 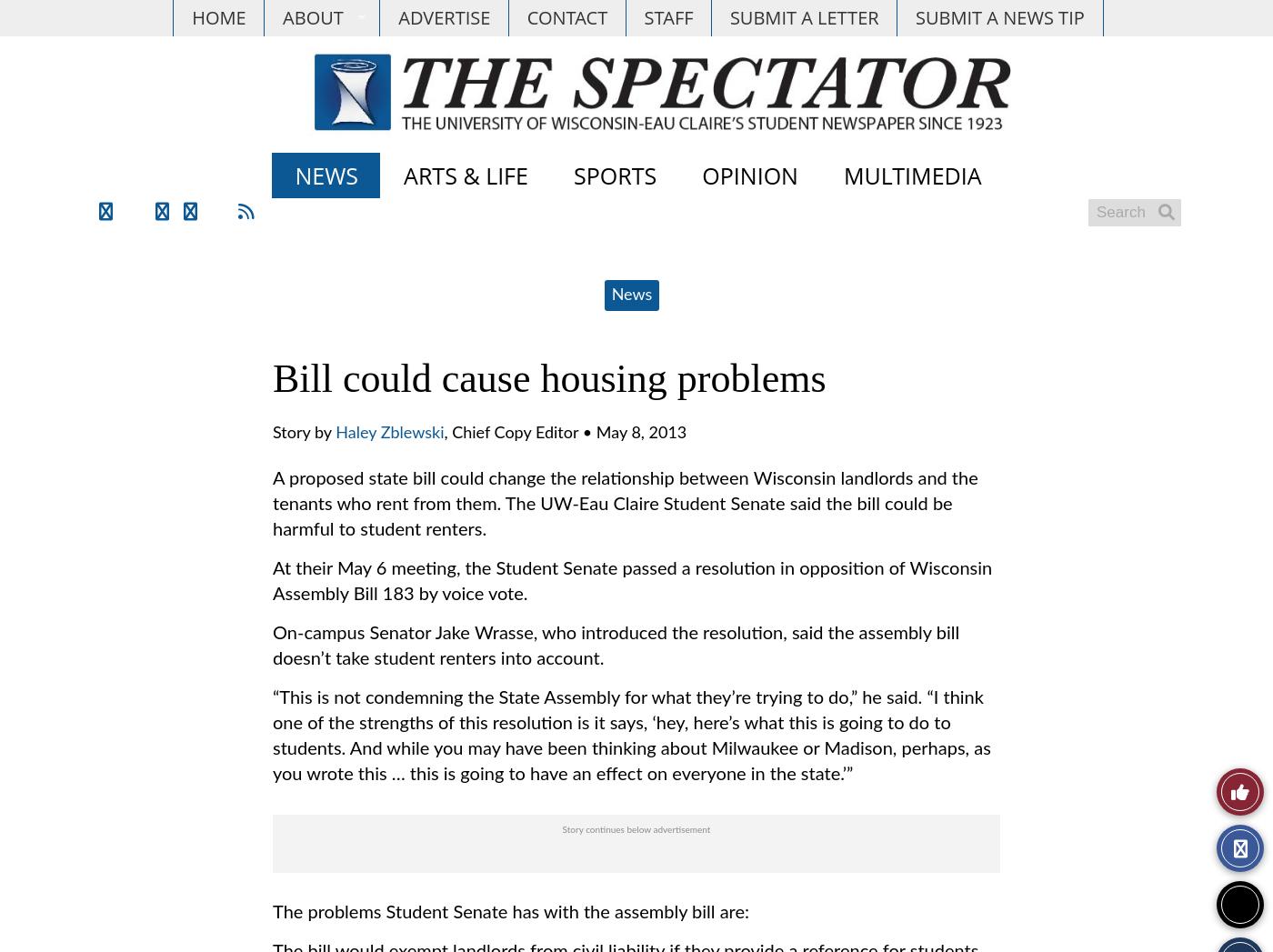 I want to click on '“This is not condemning the State Assembly for what they’re trying to do,” he said. “I think one of the strengths of this resolution is it says, ‘hey, here’s what this is going to do to students. And while you may have been thinking about Milwaukee or Madison, perhaps, as you wrote this … this is going to have an effect on everyone in the state.’”', so click(x=631, y=735).